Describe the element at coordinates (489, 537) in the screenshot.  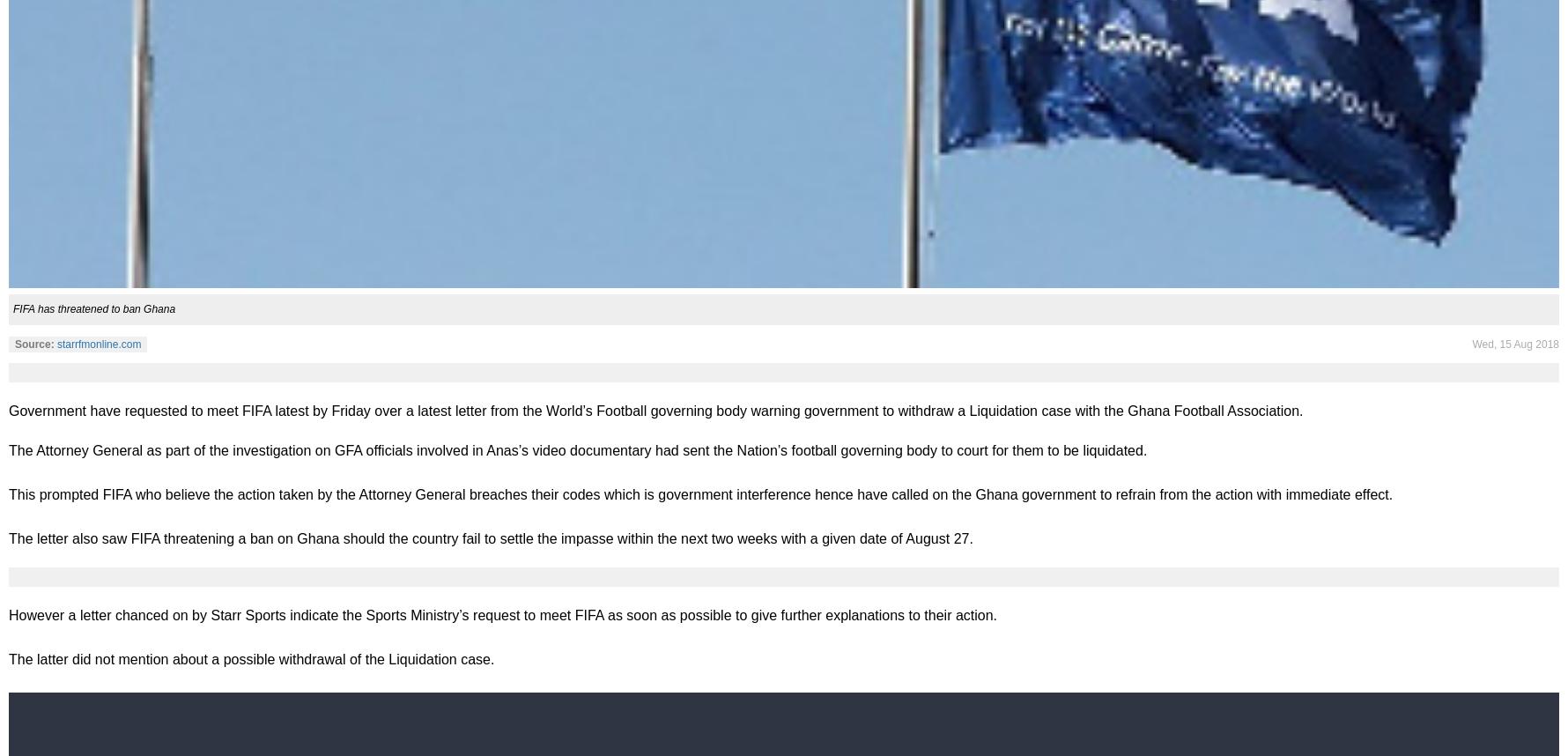
I see `'The letter also saw FIFA threatening a ban on Ghana should the country fail to settle the impasse within the next two weeks with a given date of August 27.'` at that location.